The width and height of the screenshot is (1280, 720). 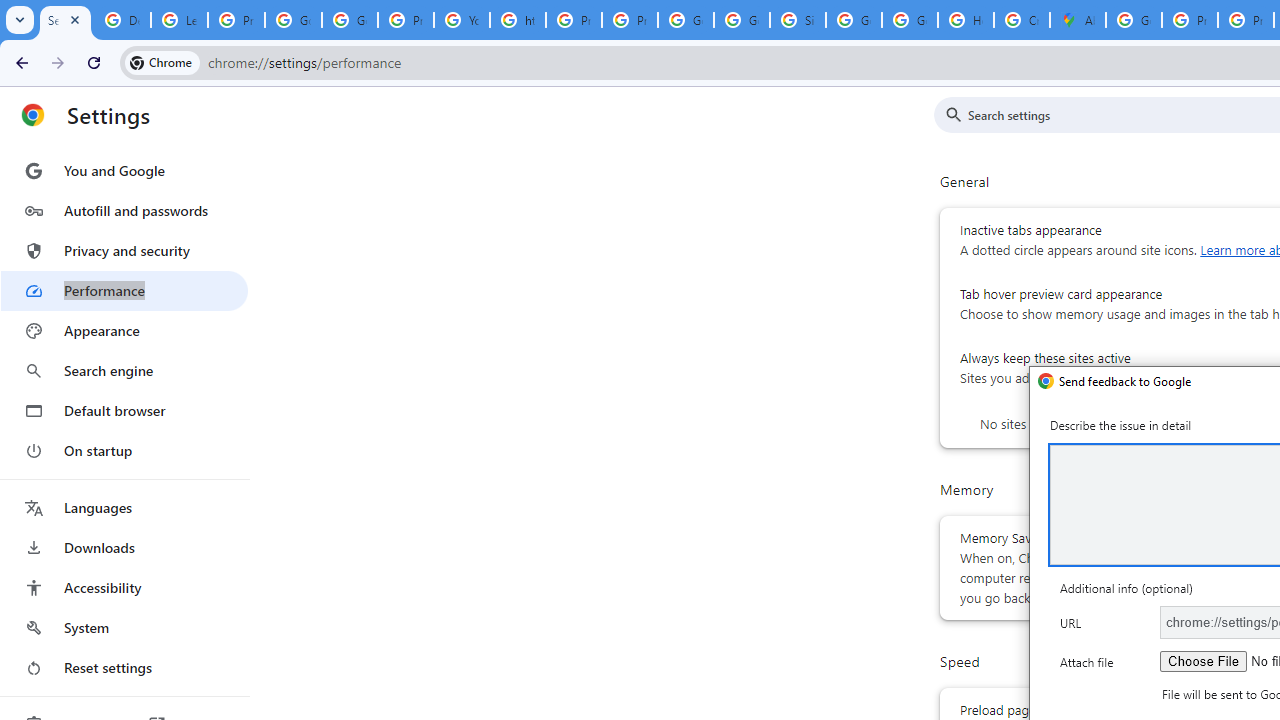 What do you see at coordinates (65, 20) in the screenshot?
I see `'Settings - Performance'` at bounding box center [65, 20].